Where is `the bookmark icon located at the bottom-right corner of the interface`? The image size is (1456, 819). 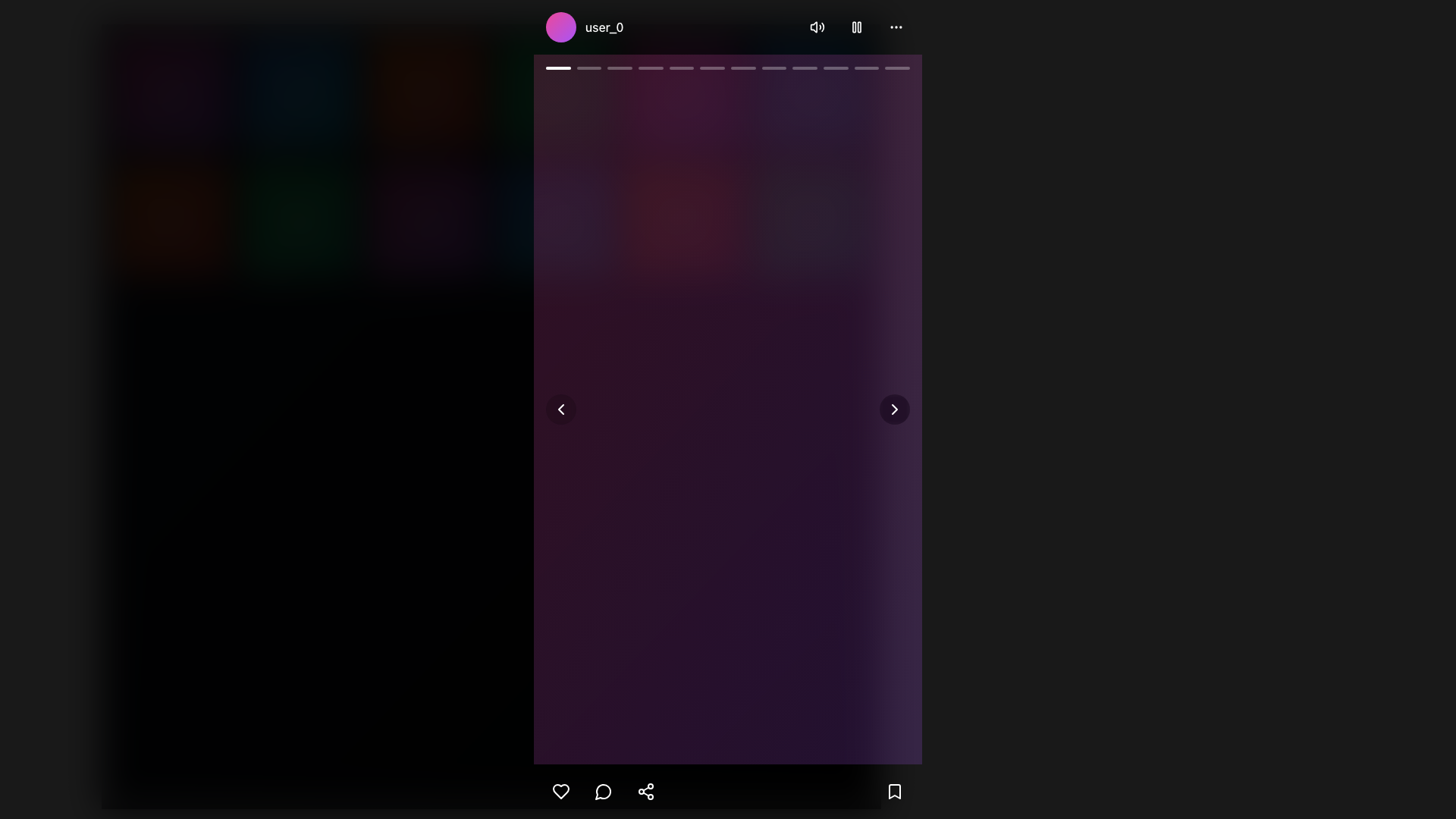
the bookmark icon located at the bottom-right corner of the interface is located at coordinates (895, 791).